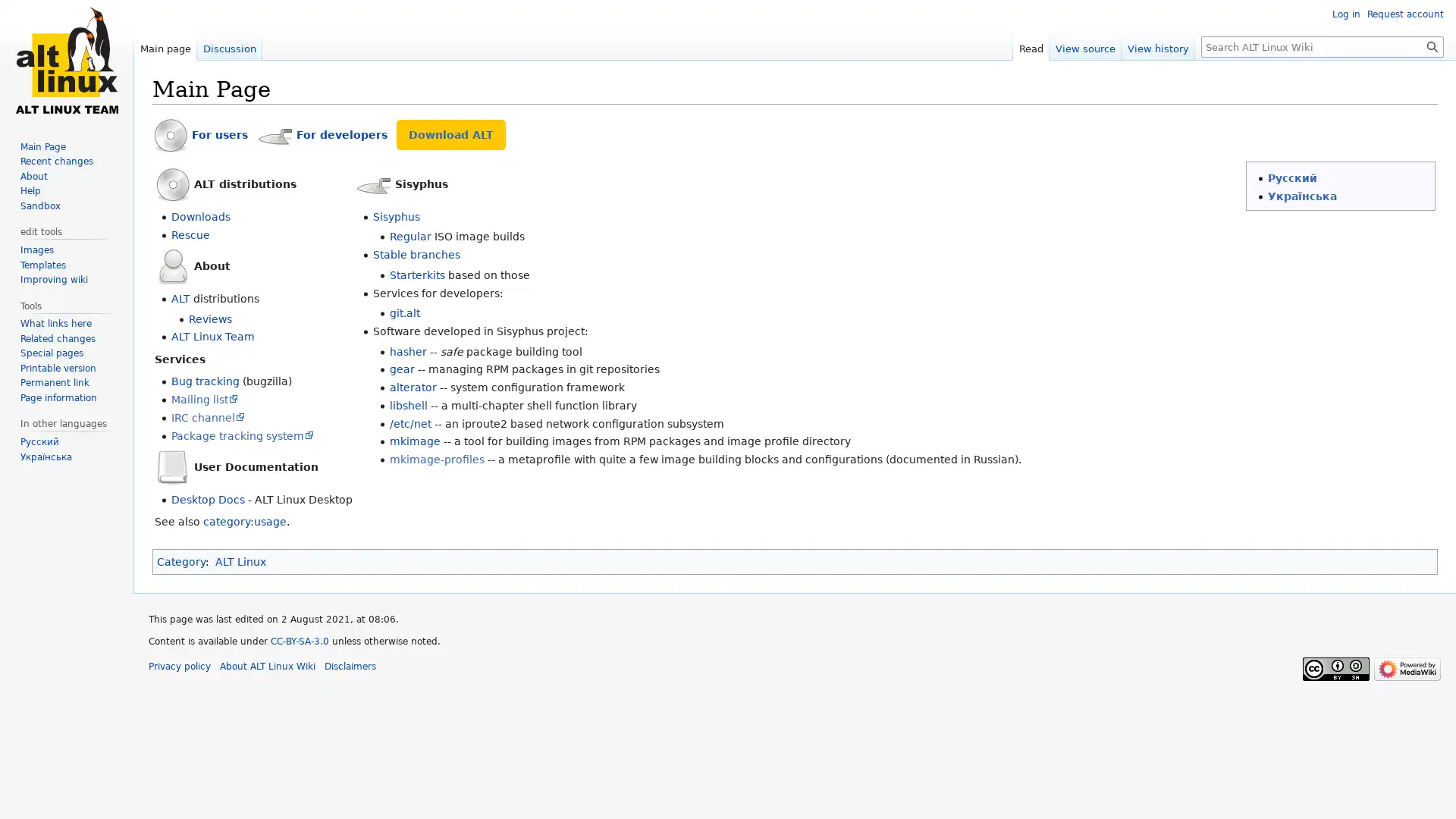 The width and height of the screenshot is (1456, 819). I want to click on Search, so click(1432, 45).